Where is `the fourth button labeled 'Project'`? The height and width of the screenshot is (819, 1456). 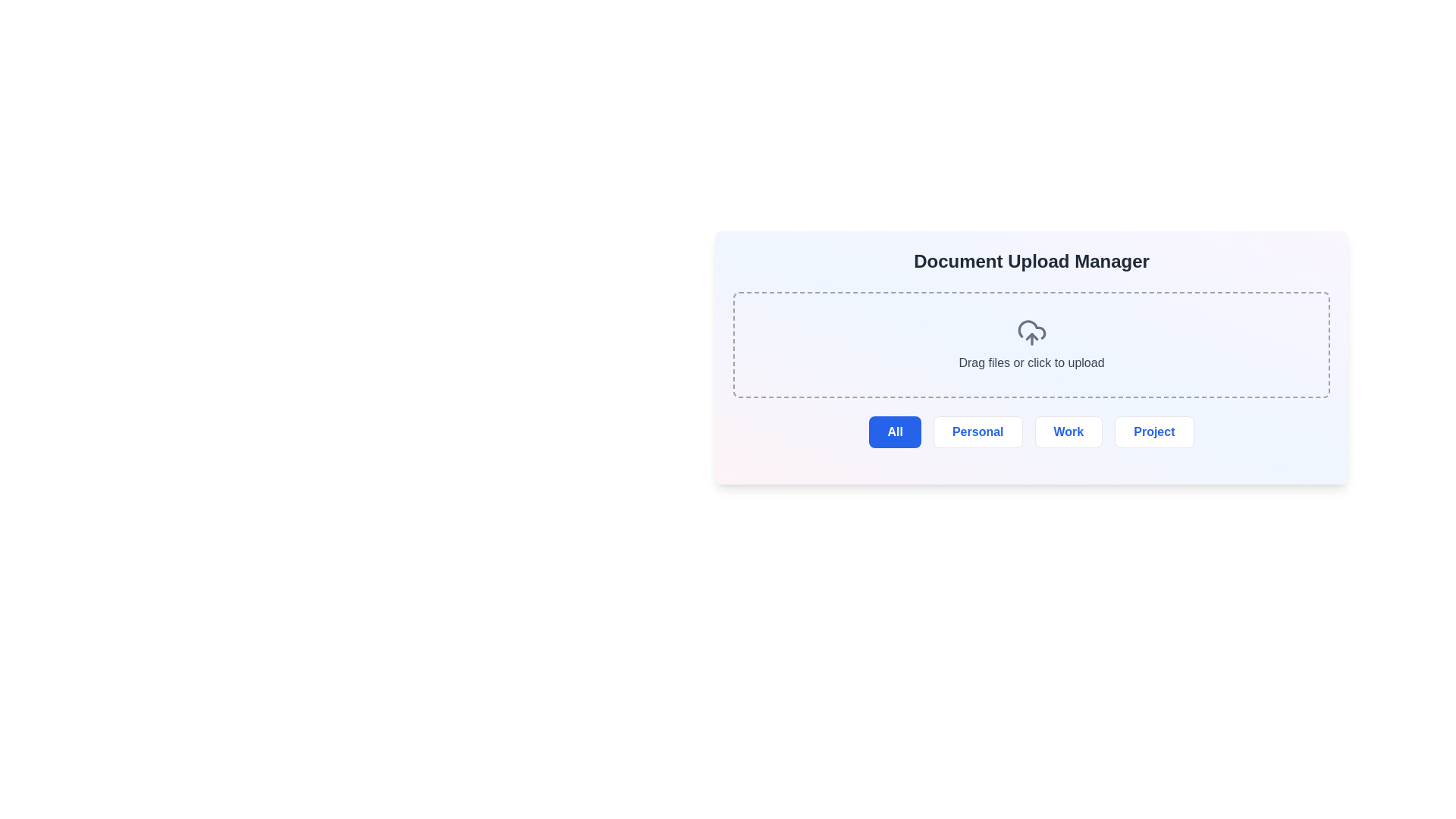
the fourth button labeled 'Project' is located at coordinates (1153, 432).